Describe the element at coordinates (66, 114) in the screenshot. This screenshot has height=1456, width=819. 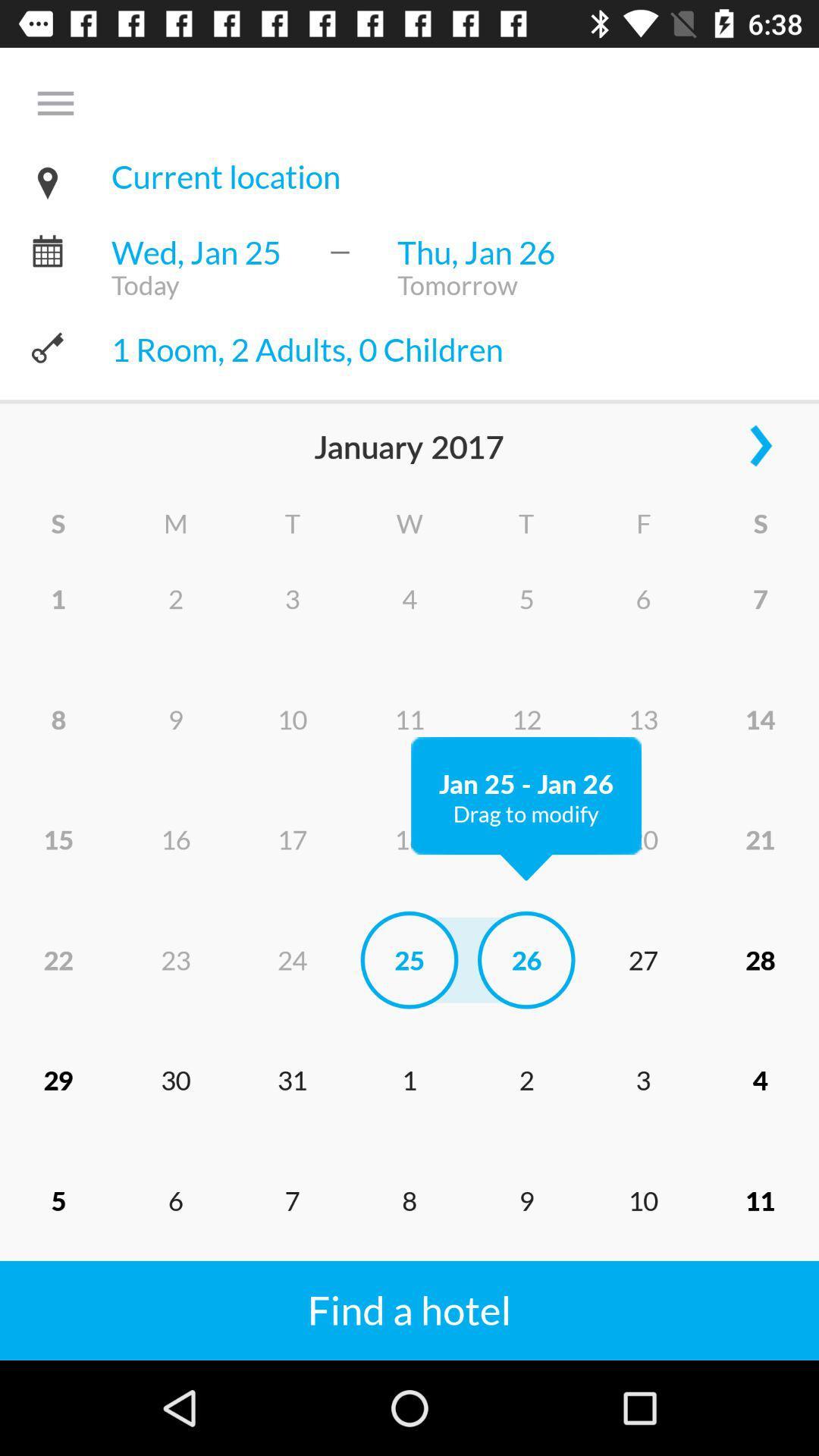
I see `the menu bar` at that location.